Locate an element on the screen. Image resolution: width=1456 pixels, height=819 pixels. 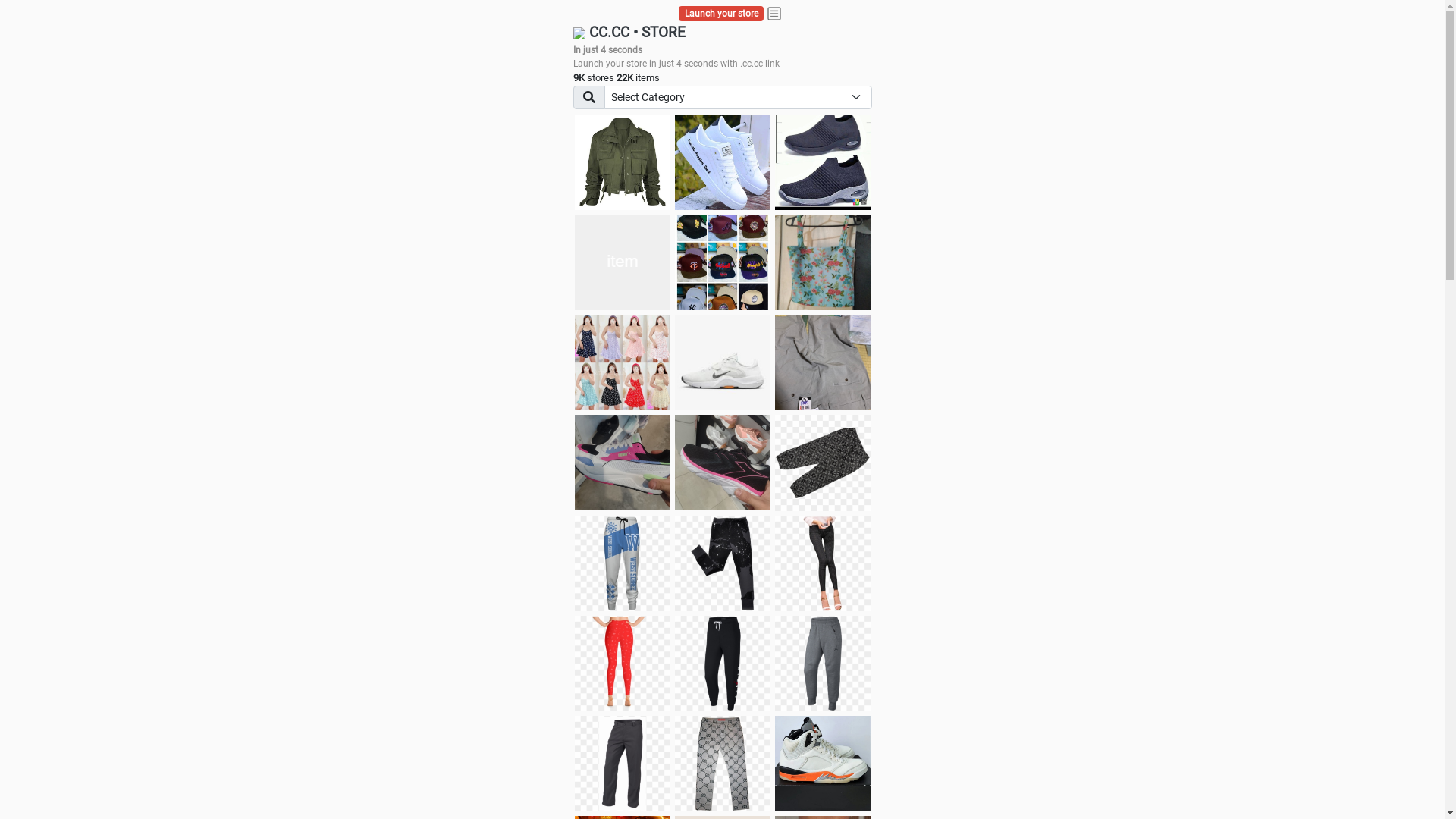
'Pant' is located at coordinates (722, 763).